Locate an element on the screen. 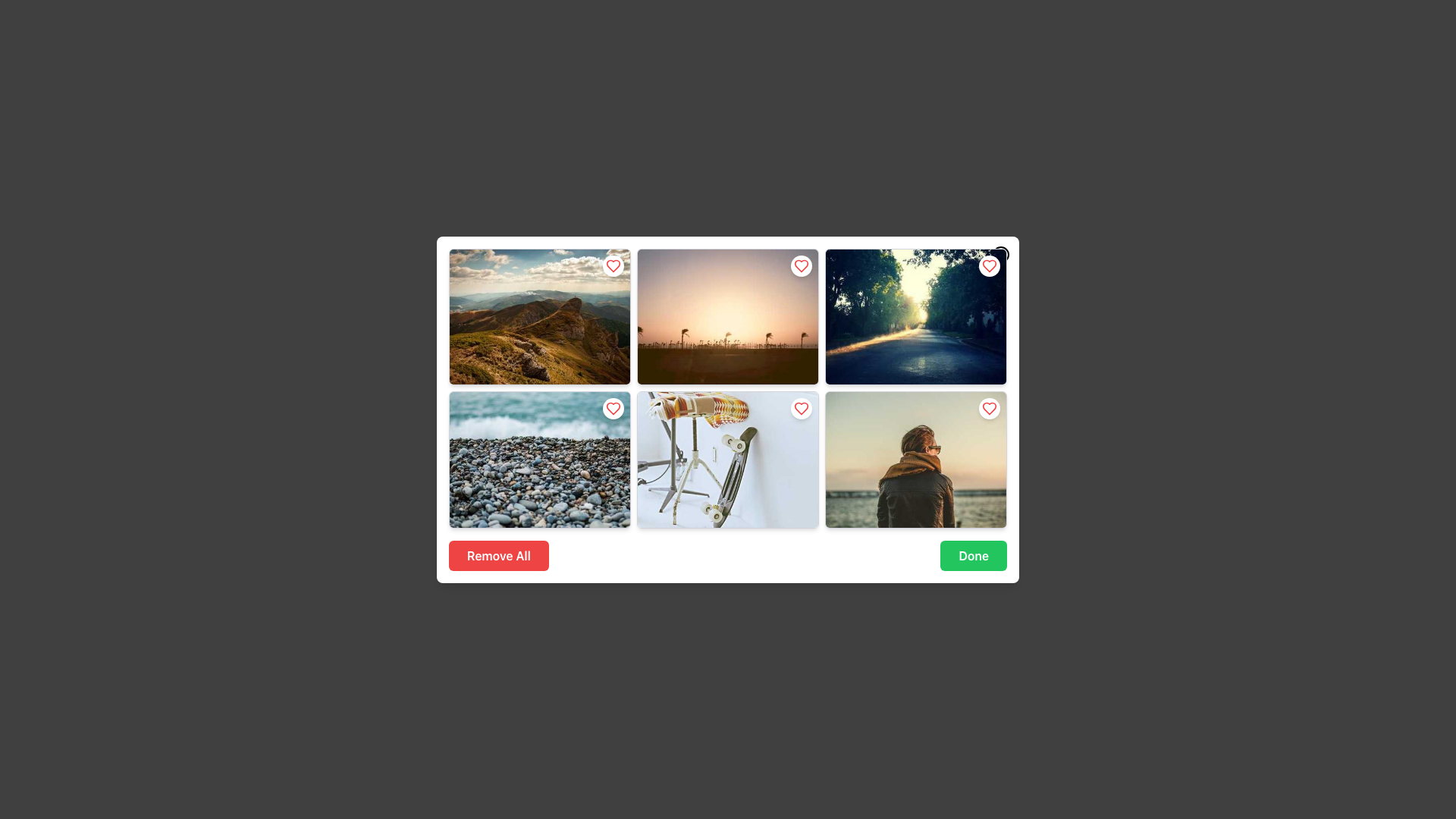 Image resolution: width=1456 pixels, height=819 pixels. the small heart-shaped icon outlined in red, located at the top-right corner of the first image within a grid of six images is located at coordinates (613, 265).